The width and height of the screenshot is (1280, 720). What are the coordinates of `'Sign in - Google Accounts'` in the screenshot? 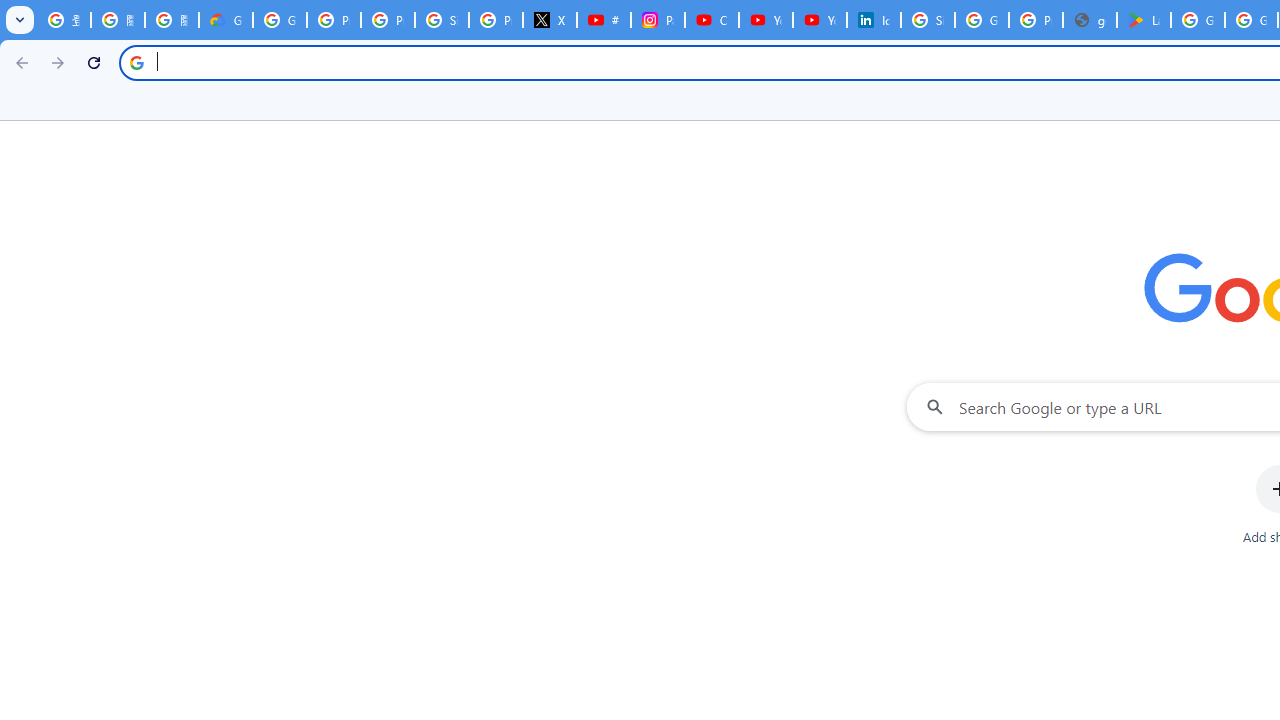 It's located at (440, 20).